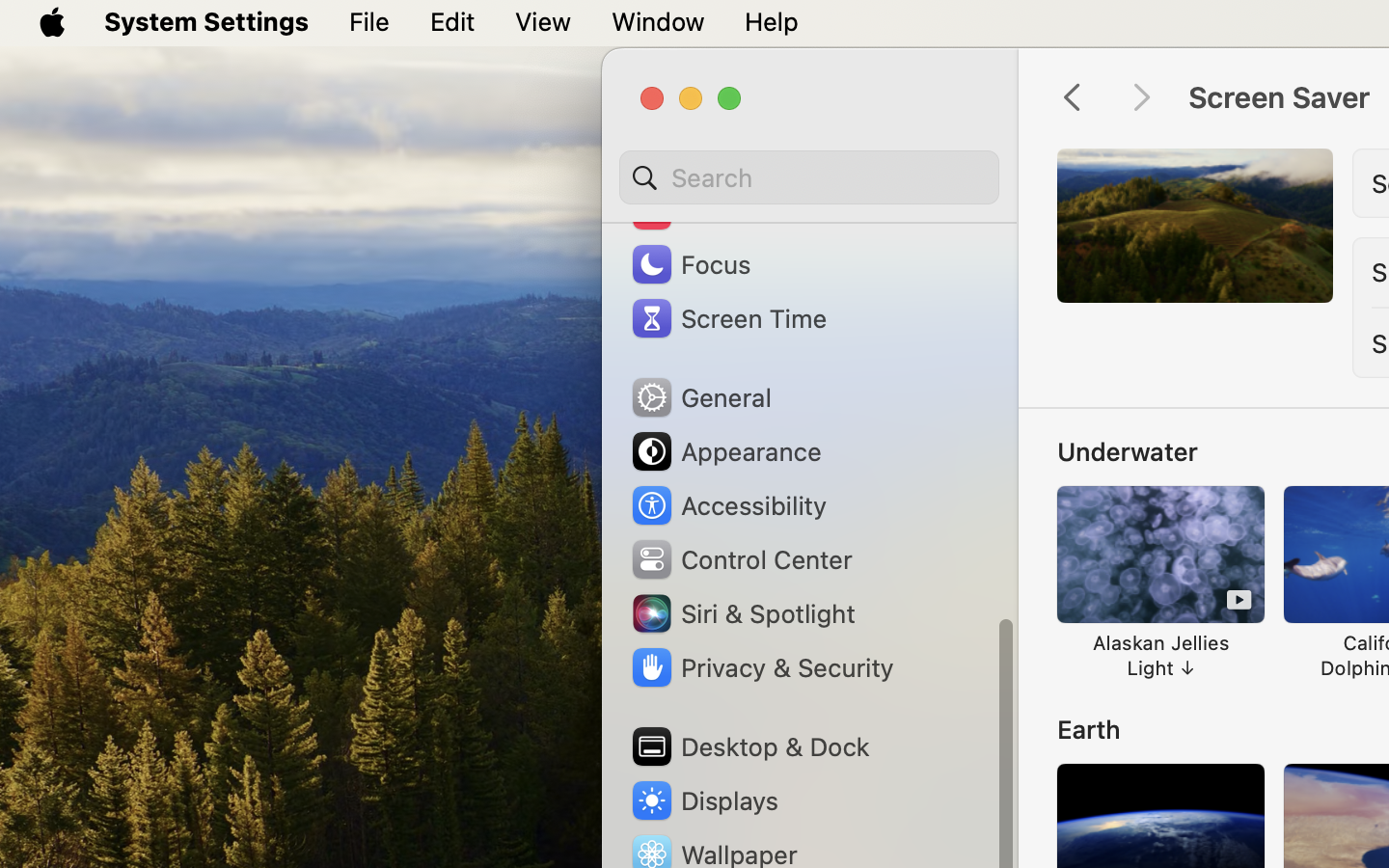 This screenshot has height=868, width=1389. I want to click on 'Underwater', so click(1127, 450).